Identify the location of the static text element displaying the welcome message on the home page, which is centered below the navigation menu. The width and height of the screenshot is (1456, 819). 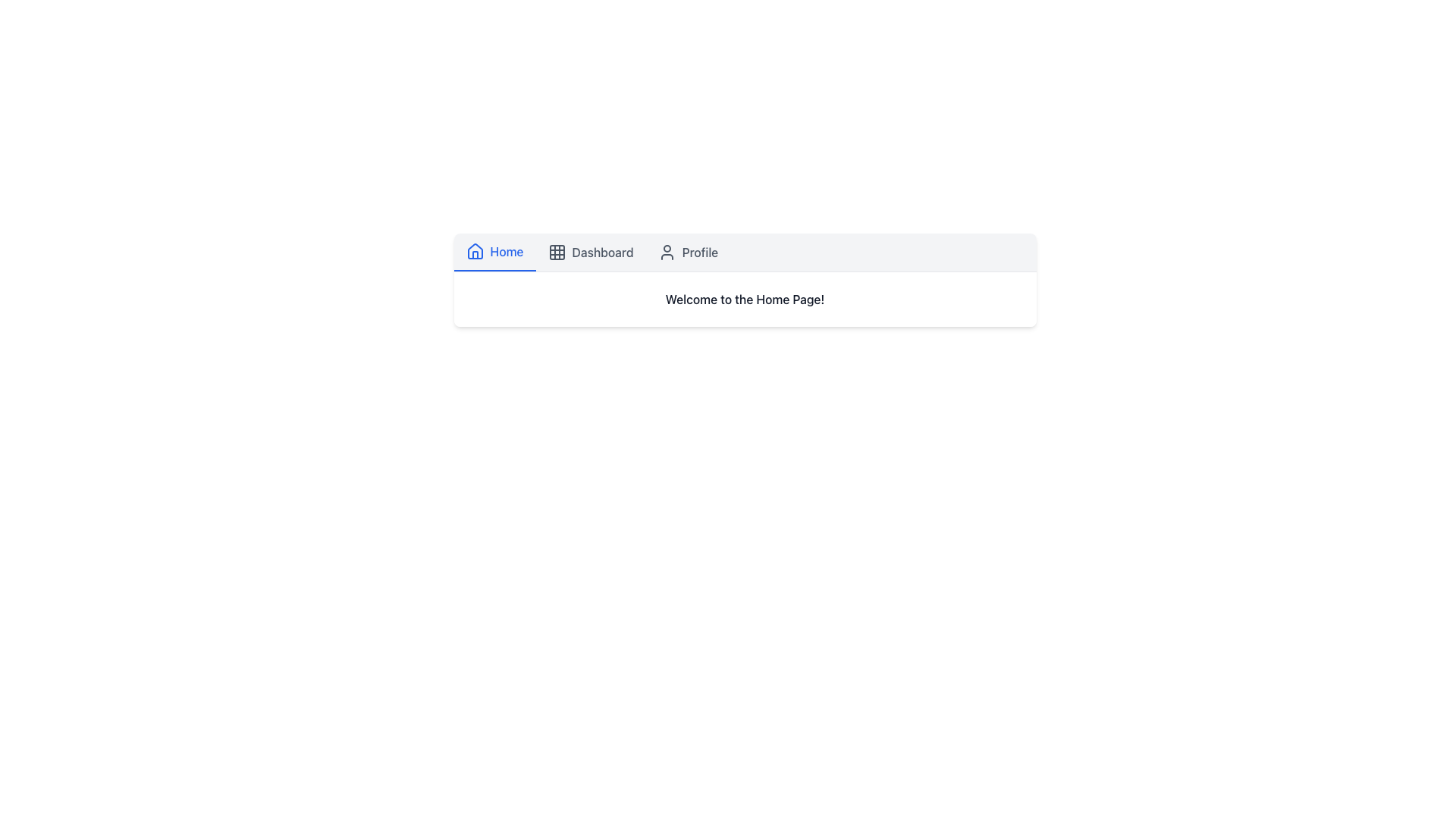
(745, 299).